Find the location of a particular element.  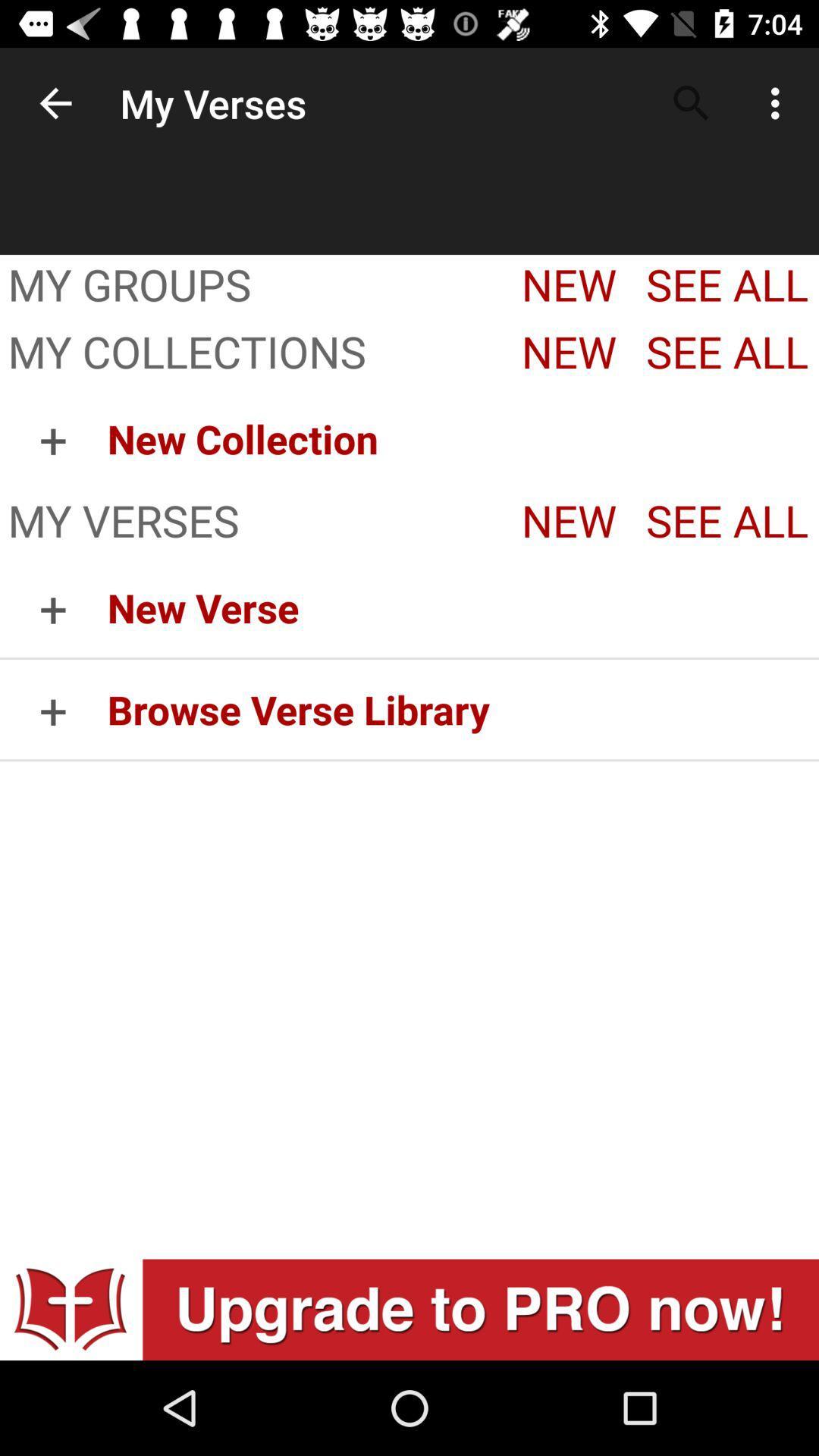

app below my verses item is located at coordinates (462, 607).